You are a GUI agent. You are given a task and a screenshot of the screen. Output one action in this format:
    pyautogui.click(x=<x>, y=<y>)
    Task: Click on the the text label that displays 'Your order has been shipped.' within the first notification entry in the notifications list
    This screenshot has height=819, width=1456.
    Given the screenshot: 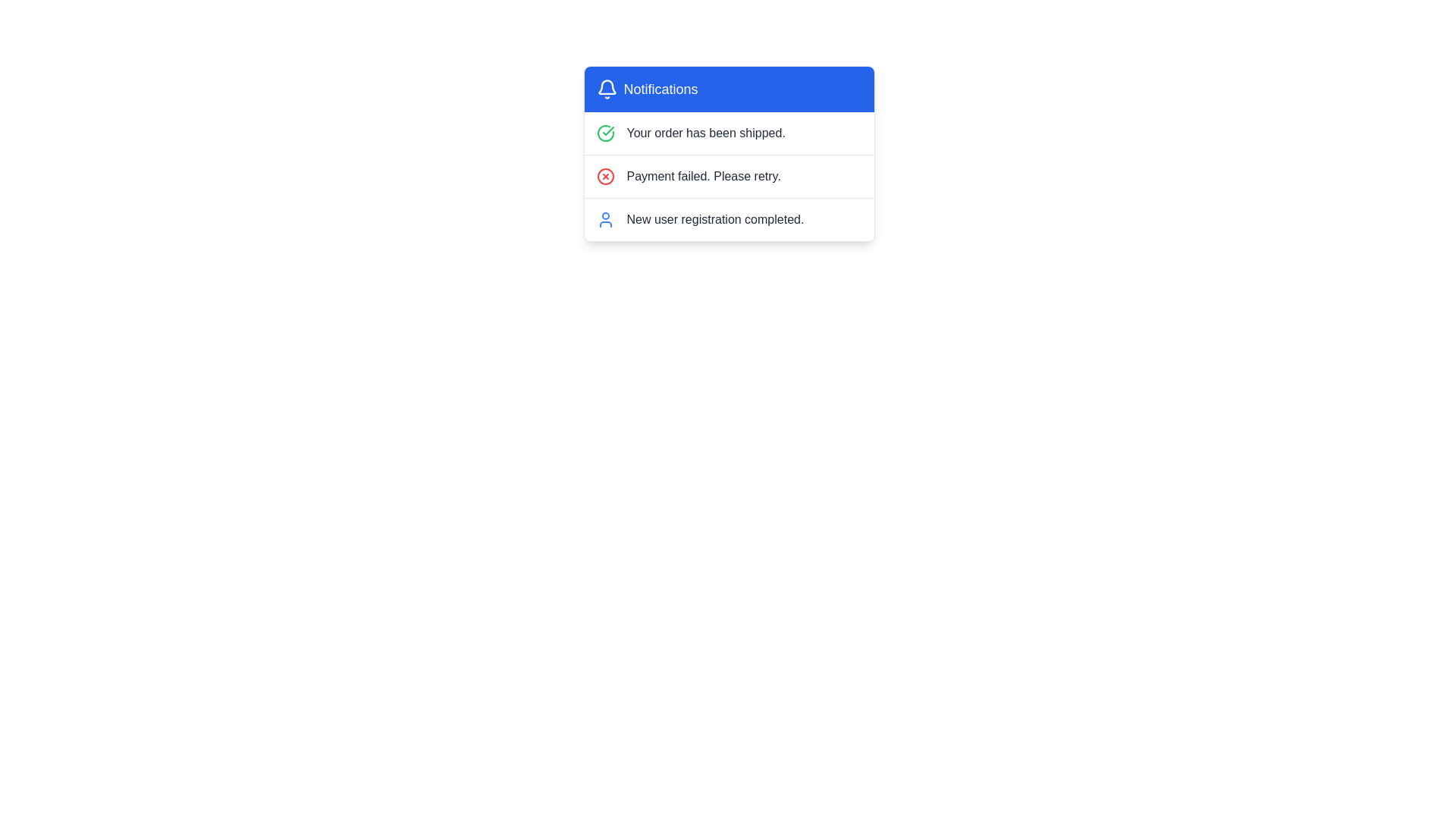 What is the action you would take?
    pyautogui.click(x=705, y=133)
    